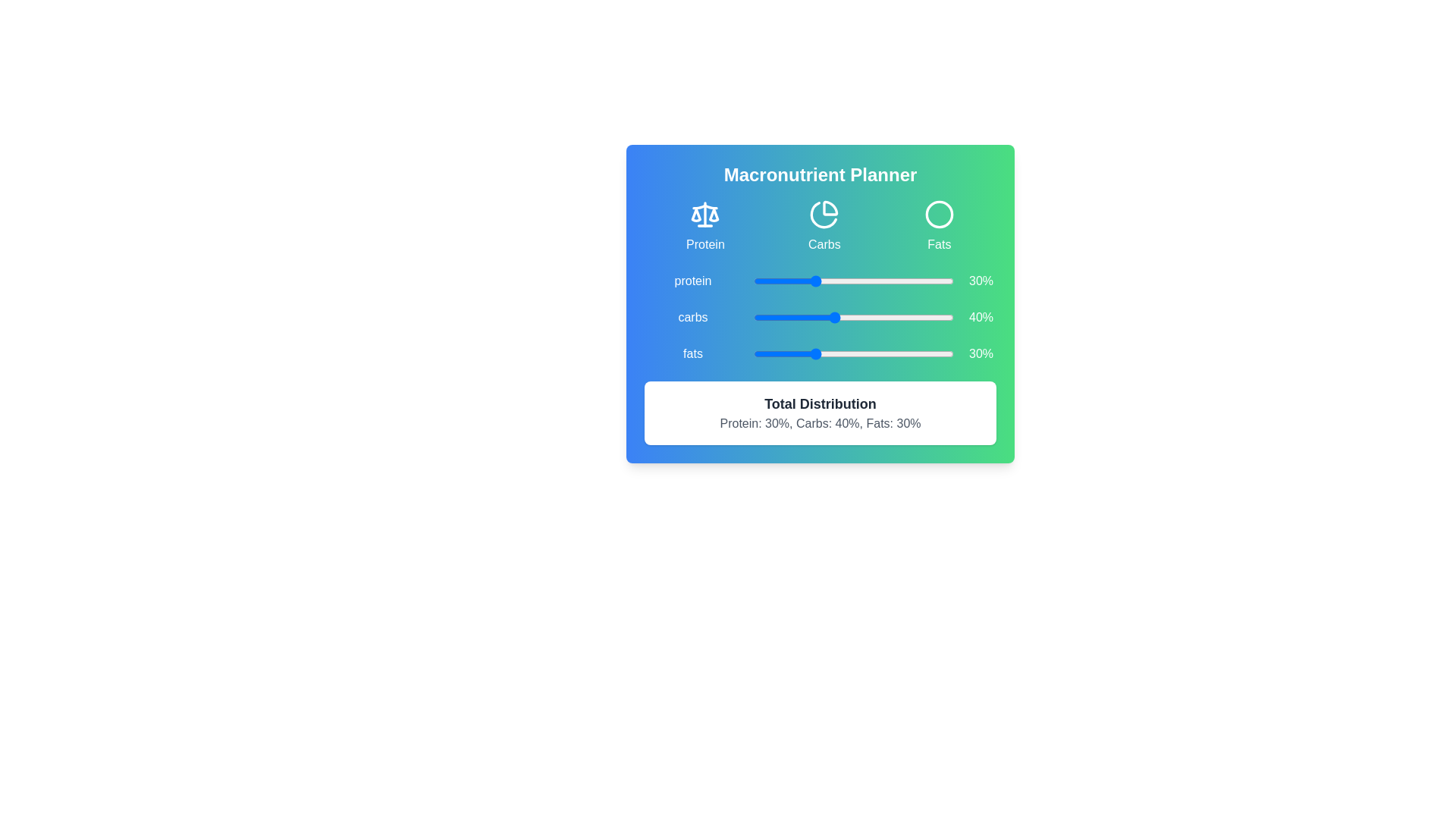  Describe the element at coordinates (824, 227) in the screenshot. I see `the carbohydrates icon with label, which is the second element in the macronutrient planner section, positioned between the protein and fats icons` at that location.